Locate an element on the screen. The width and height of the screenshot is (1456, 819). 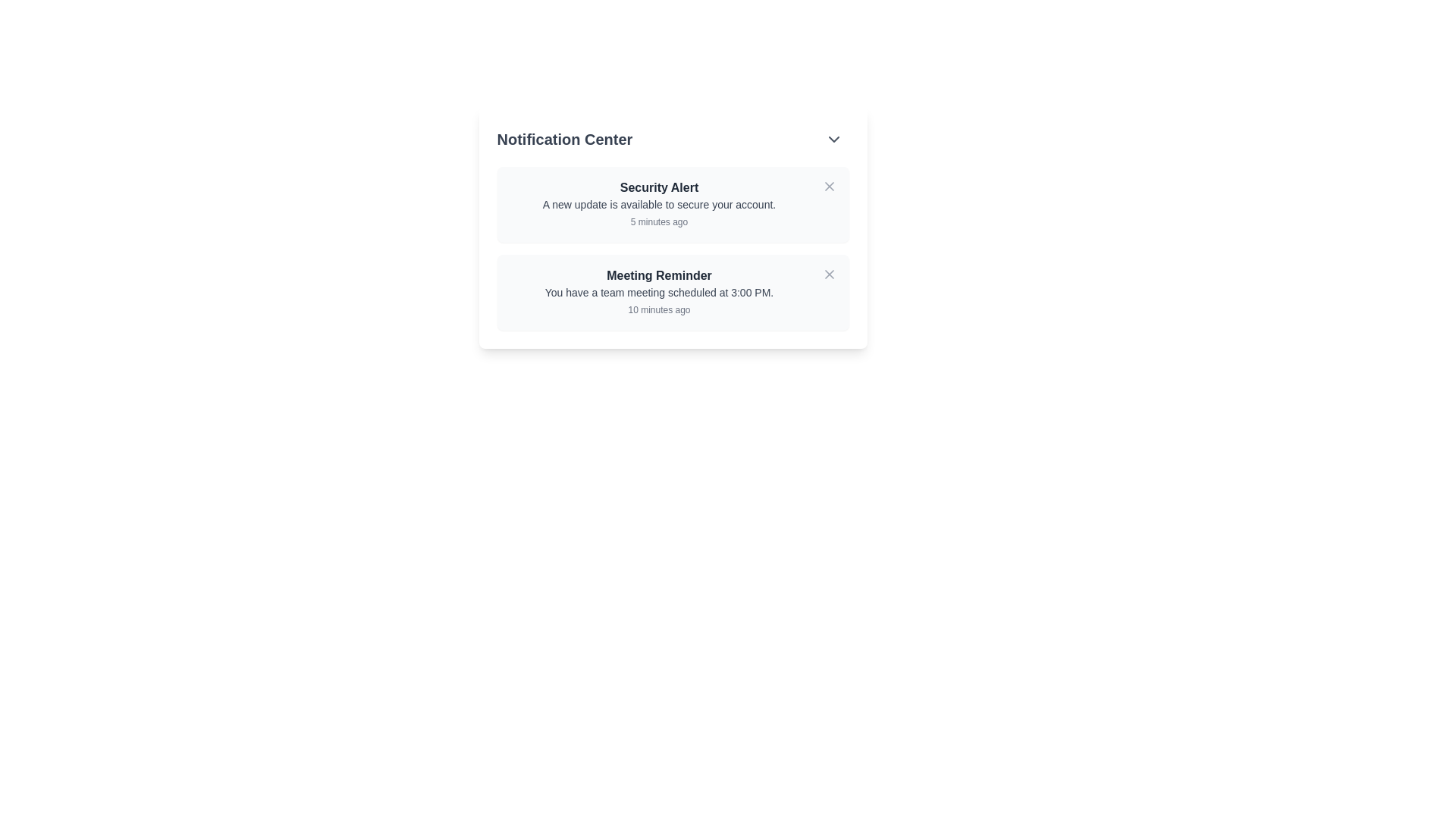
the button with an icon located in the top-right corner of the 'Notification Center' section to observe the hover effect is located at coordinates (833, 140).